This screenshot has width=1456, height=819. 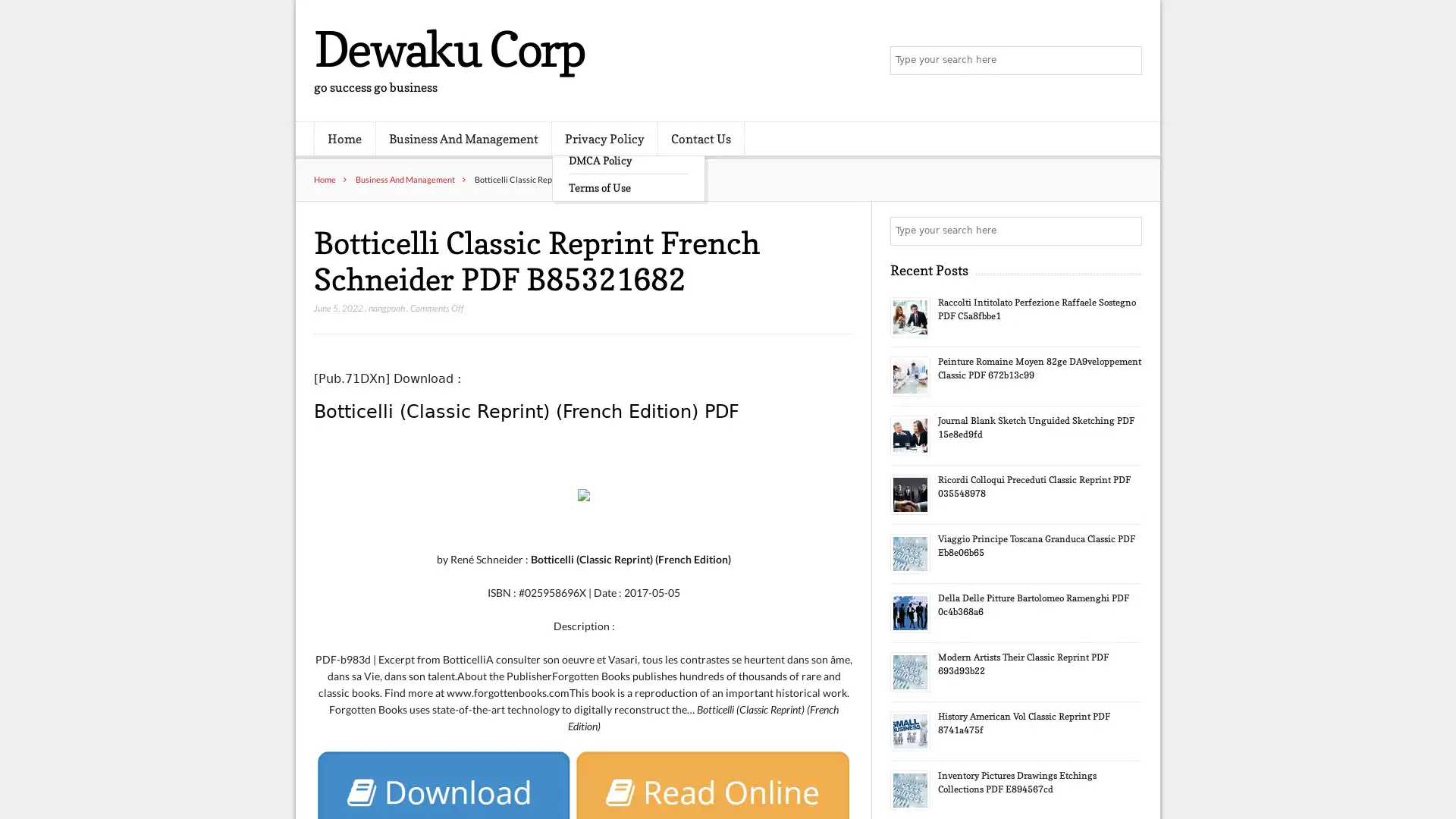 What do you see at coordinates (1126, 61) in the screenshot?
I see `Search` at bounding box center [1126, 61].